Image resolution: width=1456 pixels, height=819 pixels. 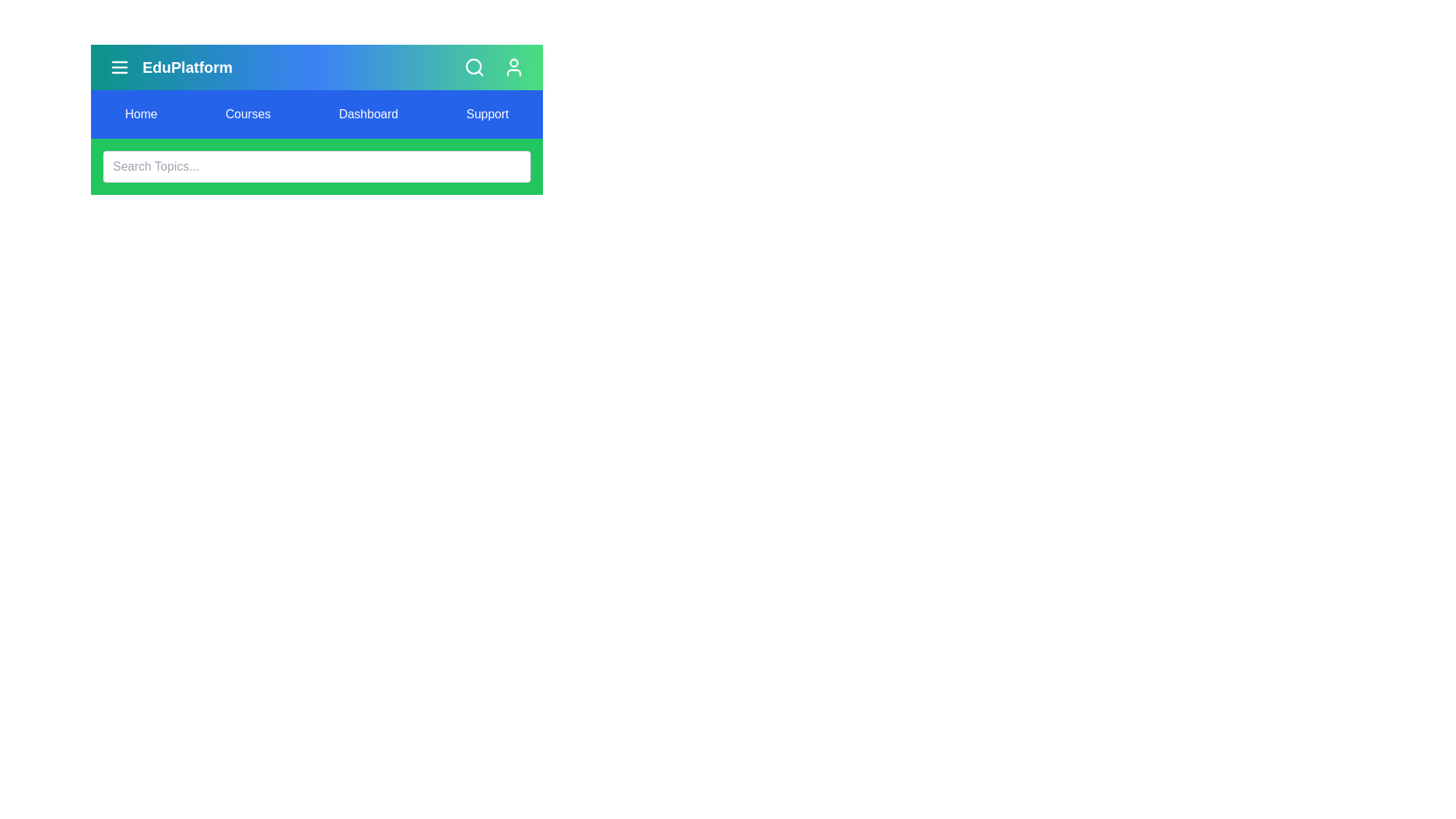 I want to click on the menu item Support from the navigation bar, so click(x=488, y=113).